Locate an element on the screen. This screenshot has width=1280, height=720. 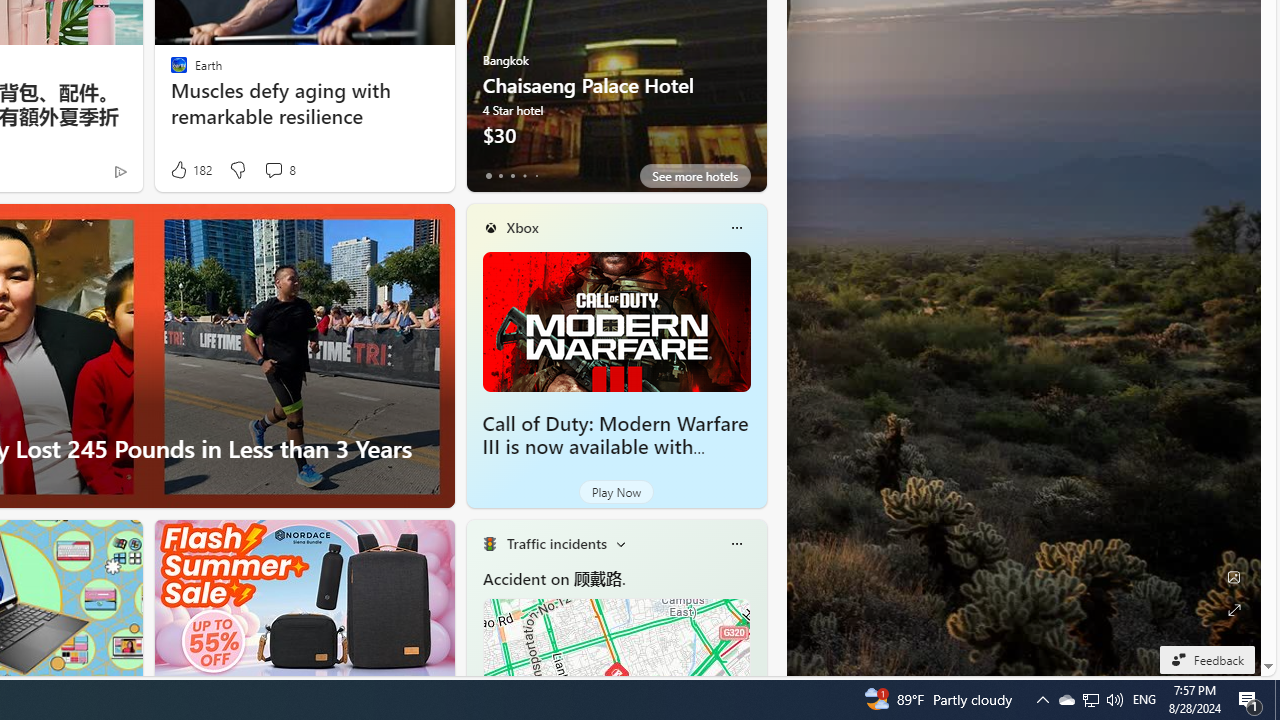
'Play Now' is located at coordinates (615, 492).